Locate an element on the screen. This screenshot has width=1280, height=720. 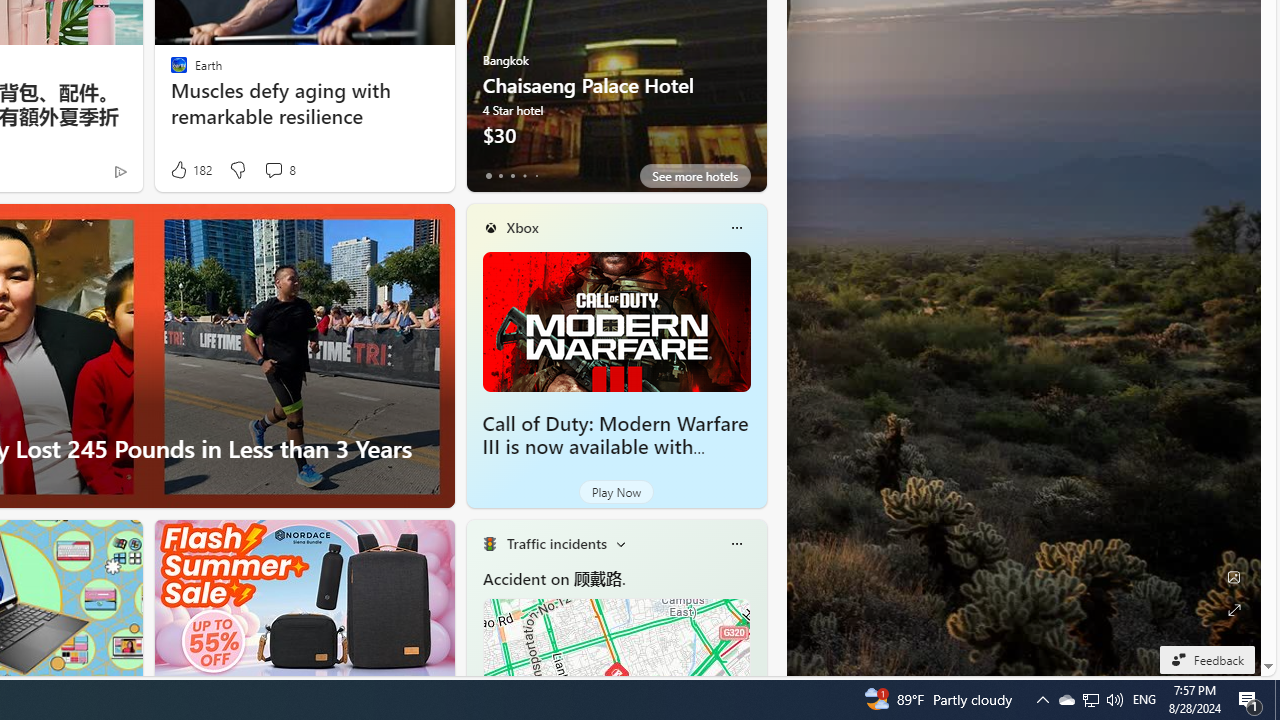
'Play Now' is located at coordinates (615, 492).